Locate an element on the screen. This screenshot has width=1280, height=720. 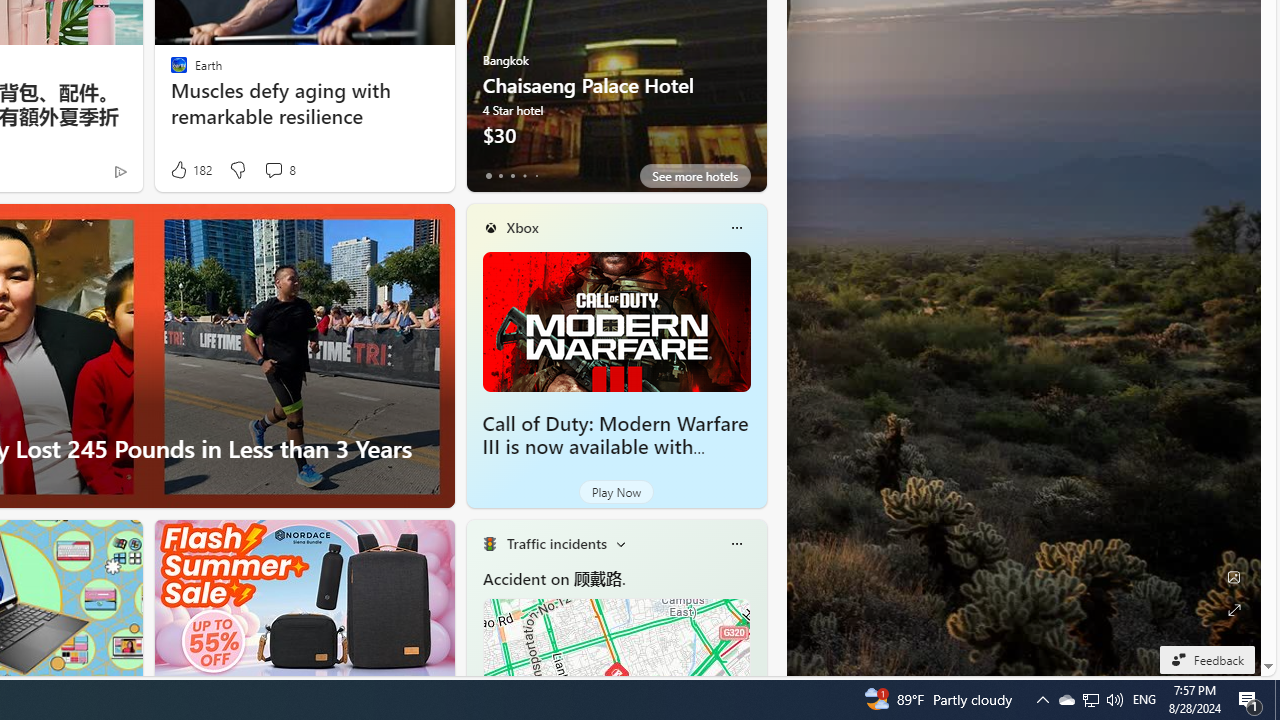
'Play Now' is located at coordinates (615, 492).